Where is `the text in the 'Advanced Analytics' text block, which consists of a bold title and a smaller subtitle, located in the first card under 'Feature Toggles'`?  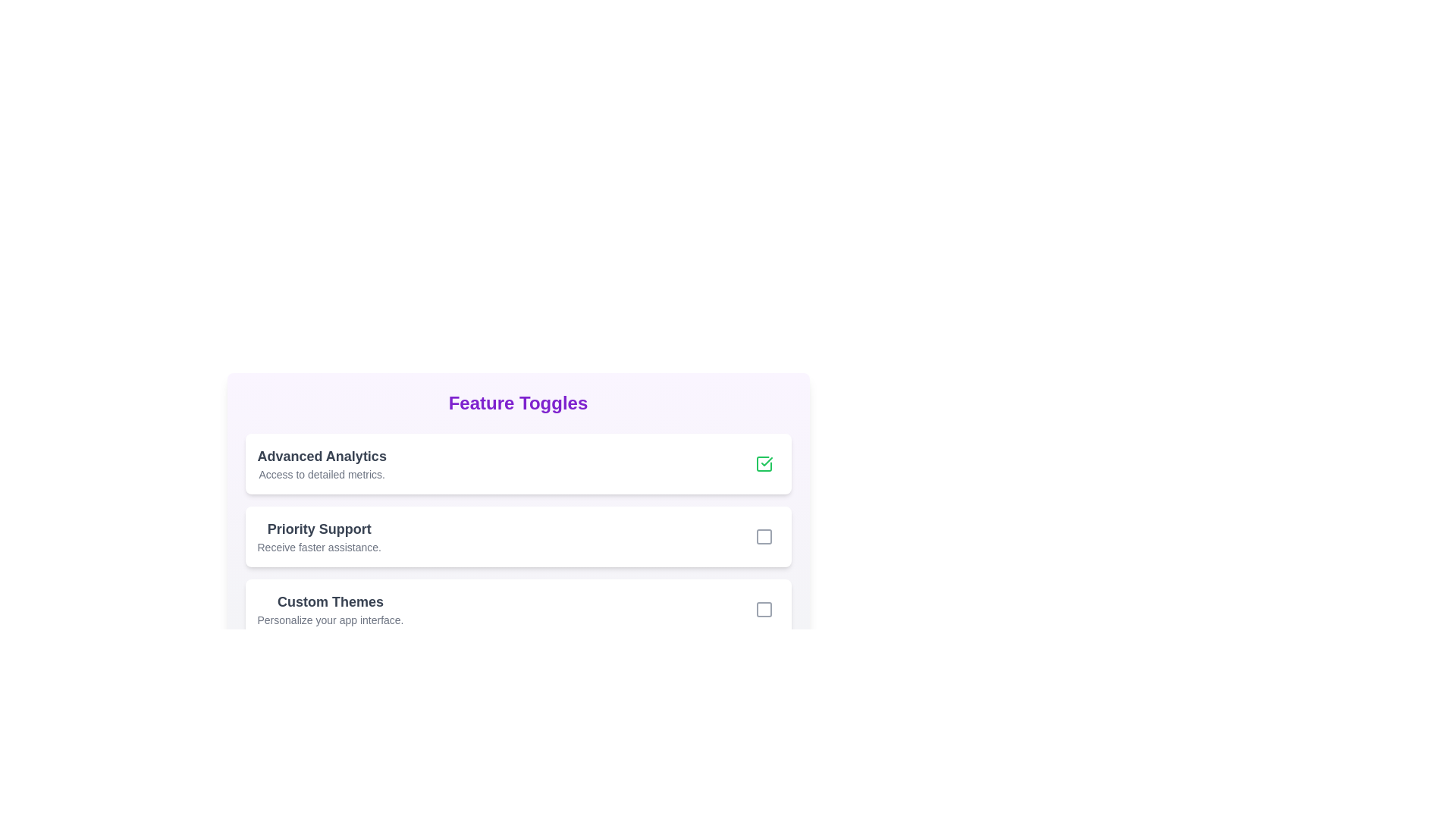 the text in the 'Advanced Analytics' text block, which consists of a bold title and a smaller subtitle, located in the first card under 'Feature Toggles' is located at coordinates (321, 463).